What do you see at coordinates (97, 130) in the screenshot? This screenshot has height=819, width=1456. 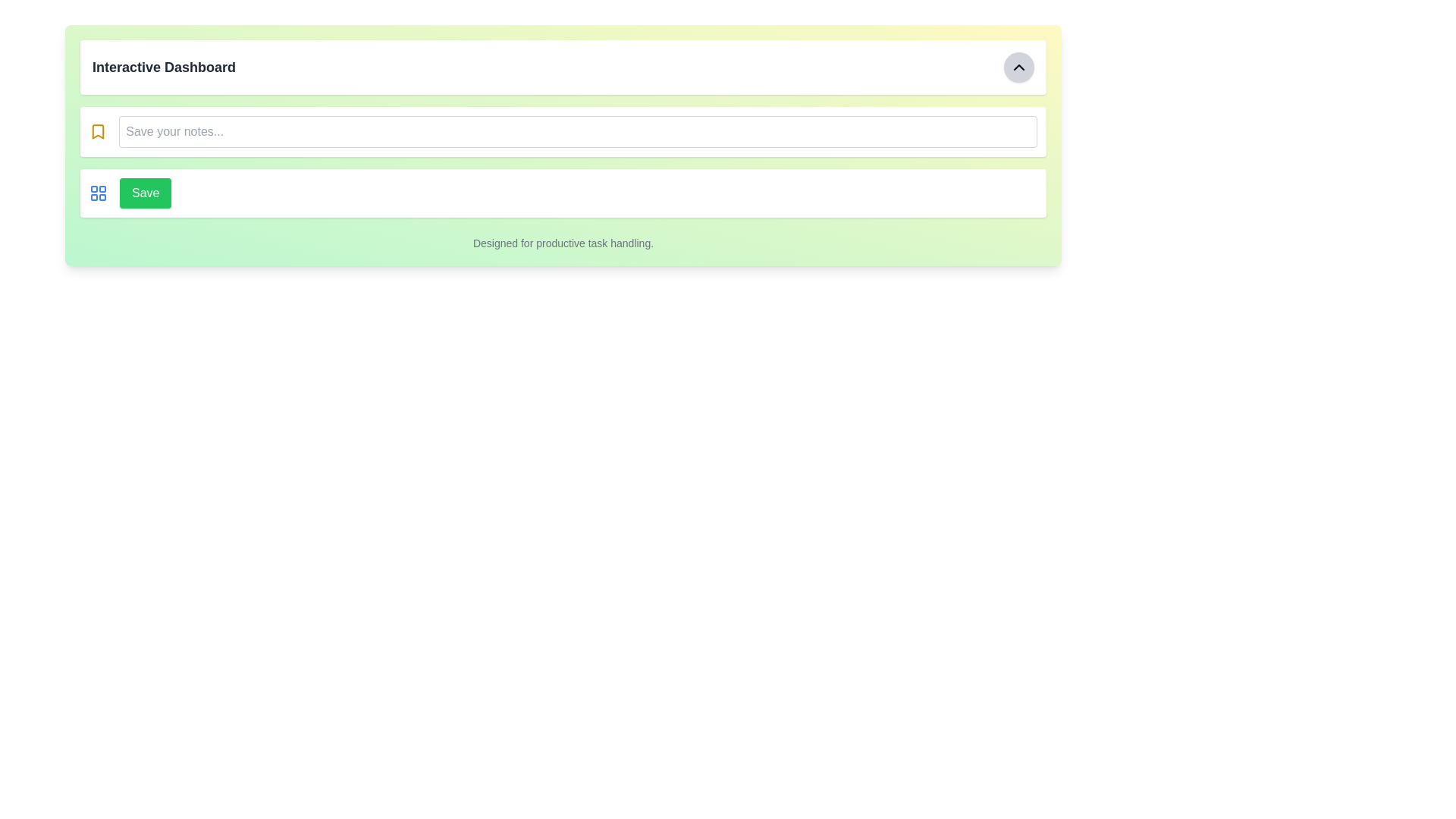 I see `the unique yellow-outlined bookmark icon located to the left of the 'Save your notes...' input field in the Interactive Dashboard` at bounding box center [97, 130].